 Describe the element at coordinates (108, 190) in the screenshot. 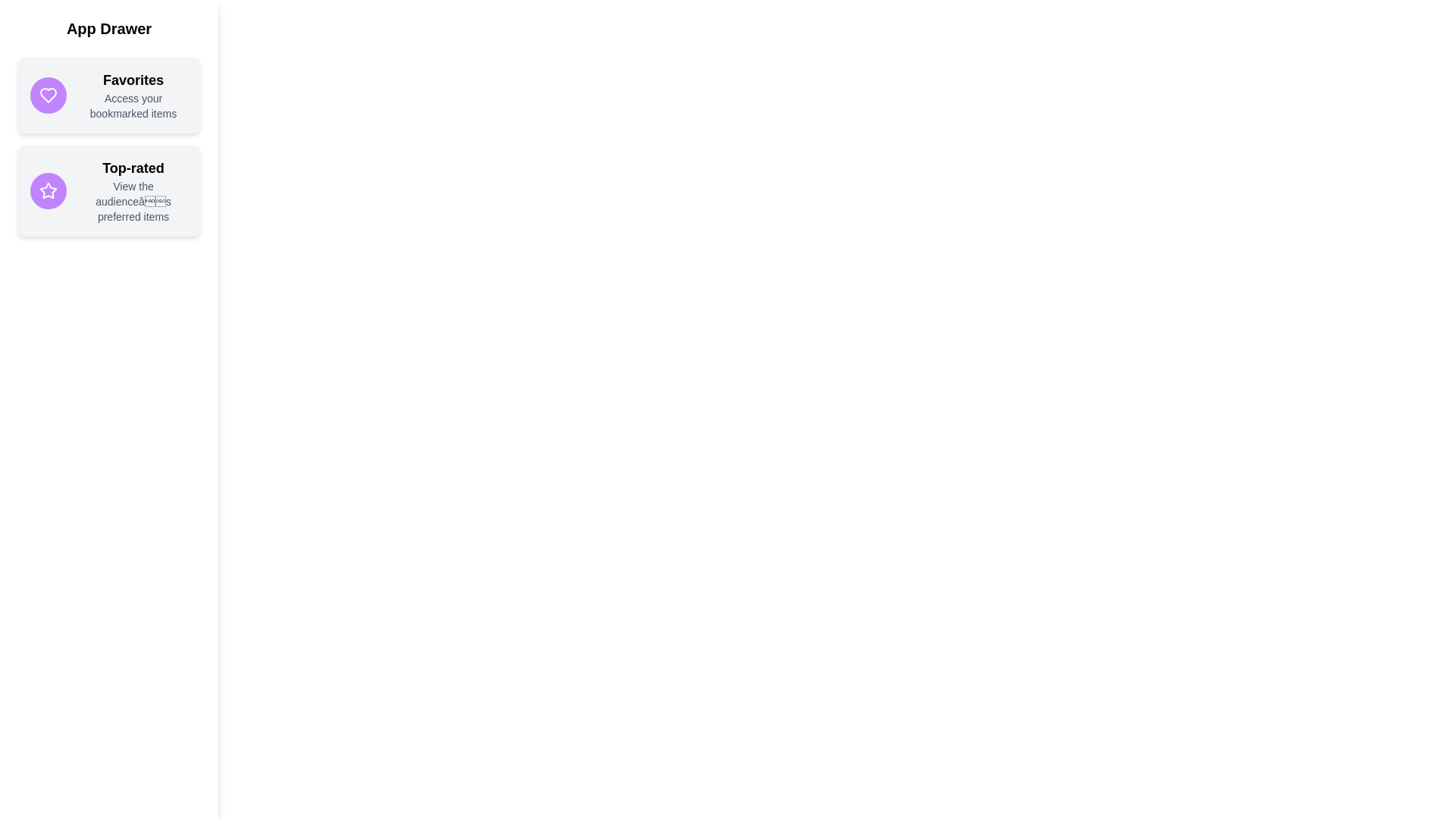

I see `the 'Top-rated' item in the drawer` at that location.